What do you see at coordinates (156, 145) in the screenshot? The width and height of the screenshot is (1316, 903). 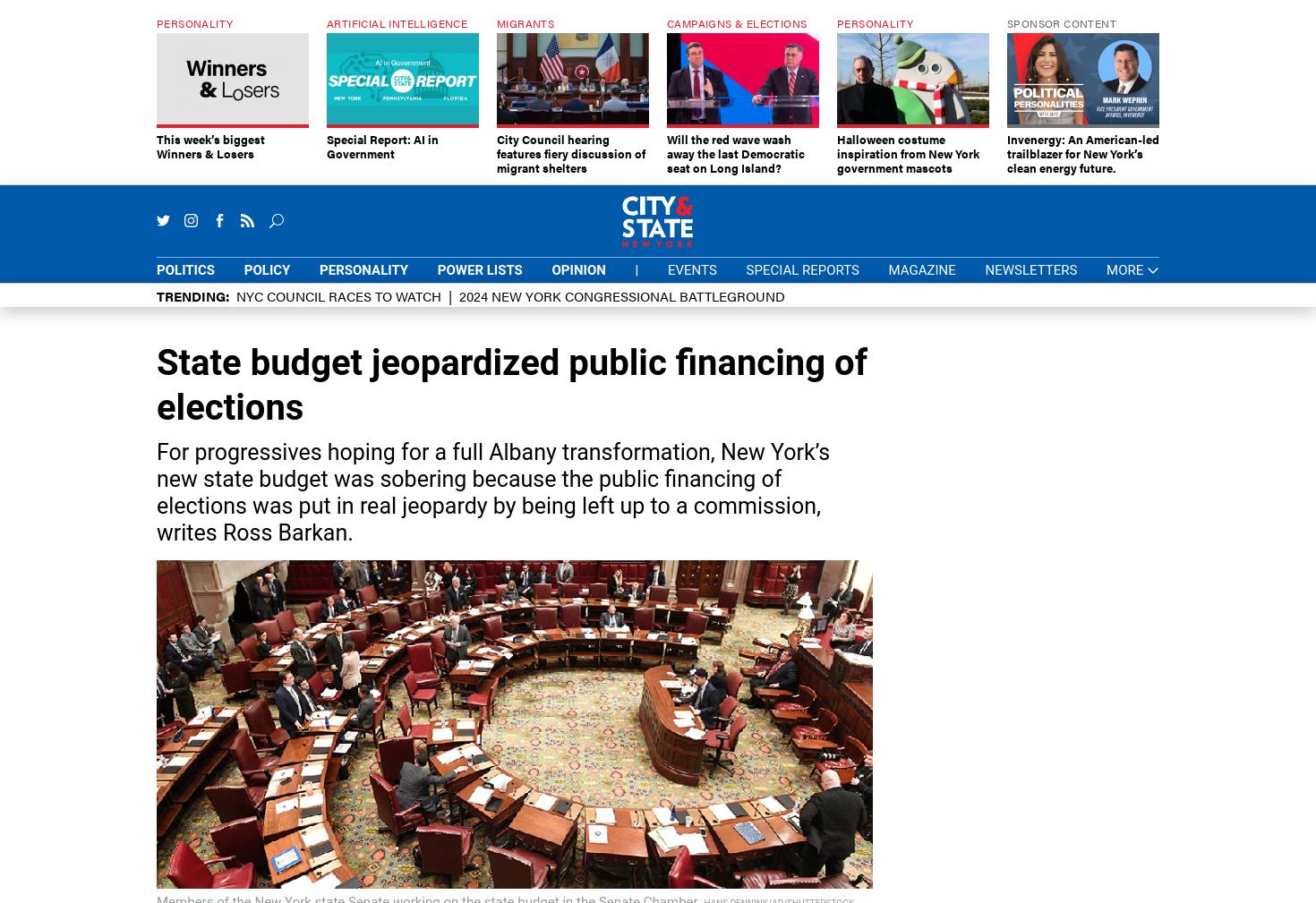 I see `'This week’s biggest Winners & Losers'` at bounding box center [156, 145].